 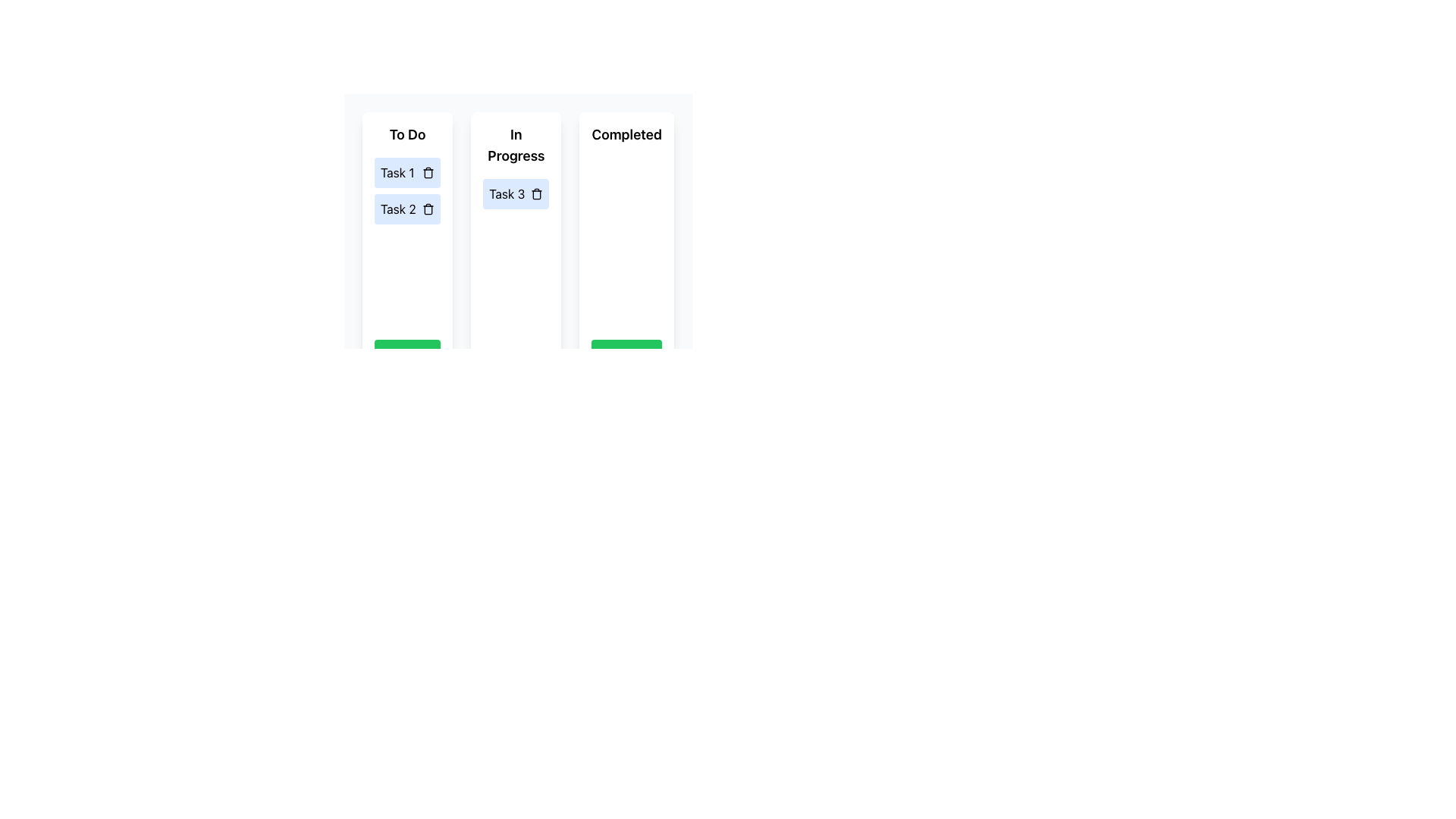 I want to click on the Task 3 card from the 'In Progress' column, so click(x=518, y=212).